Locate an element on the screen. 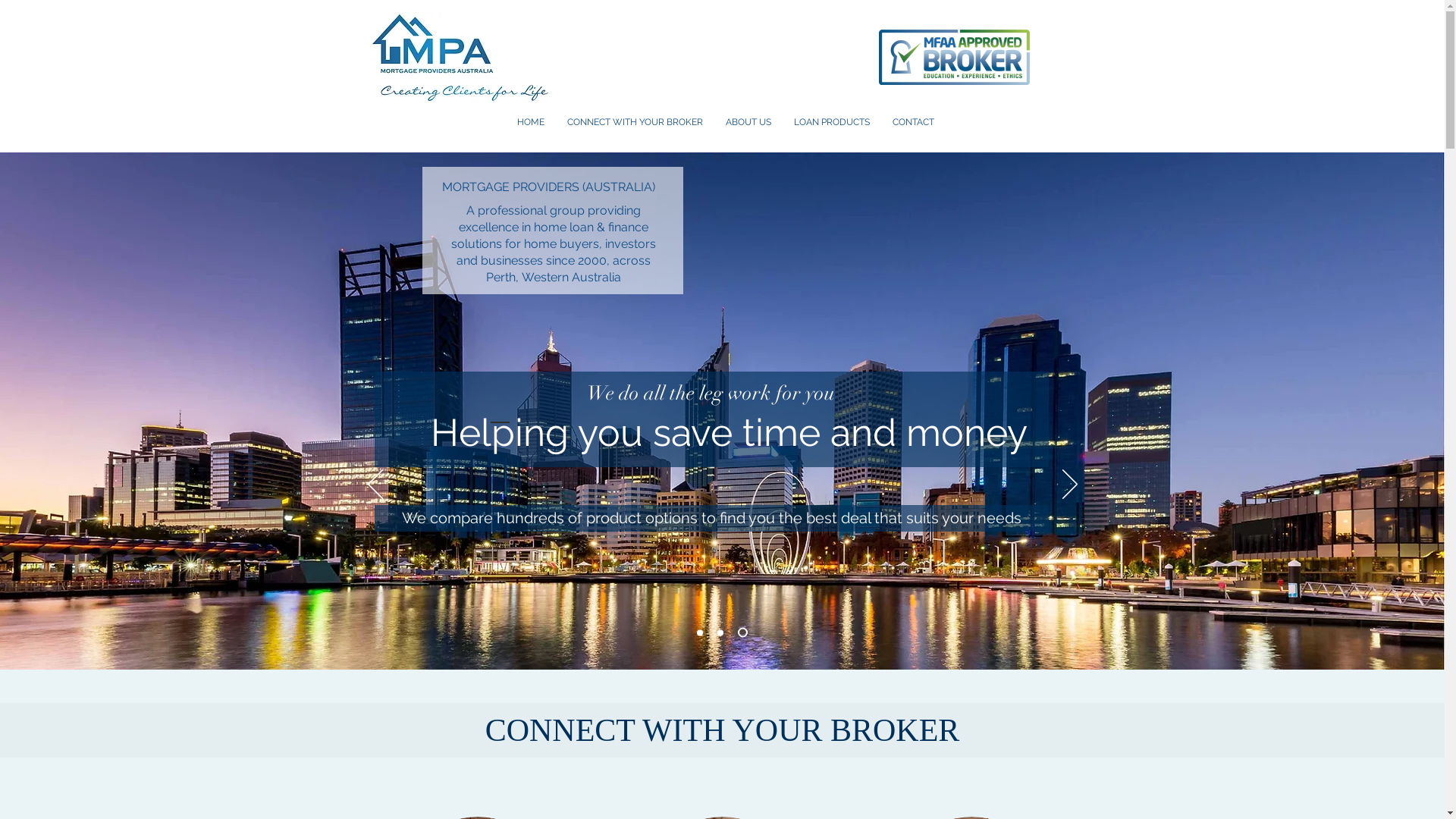 The width and height of the screenshot is (1456, 819). 'LOAN PRODUCTS' is located at coordinates (831, 121).